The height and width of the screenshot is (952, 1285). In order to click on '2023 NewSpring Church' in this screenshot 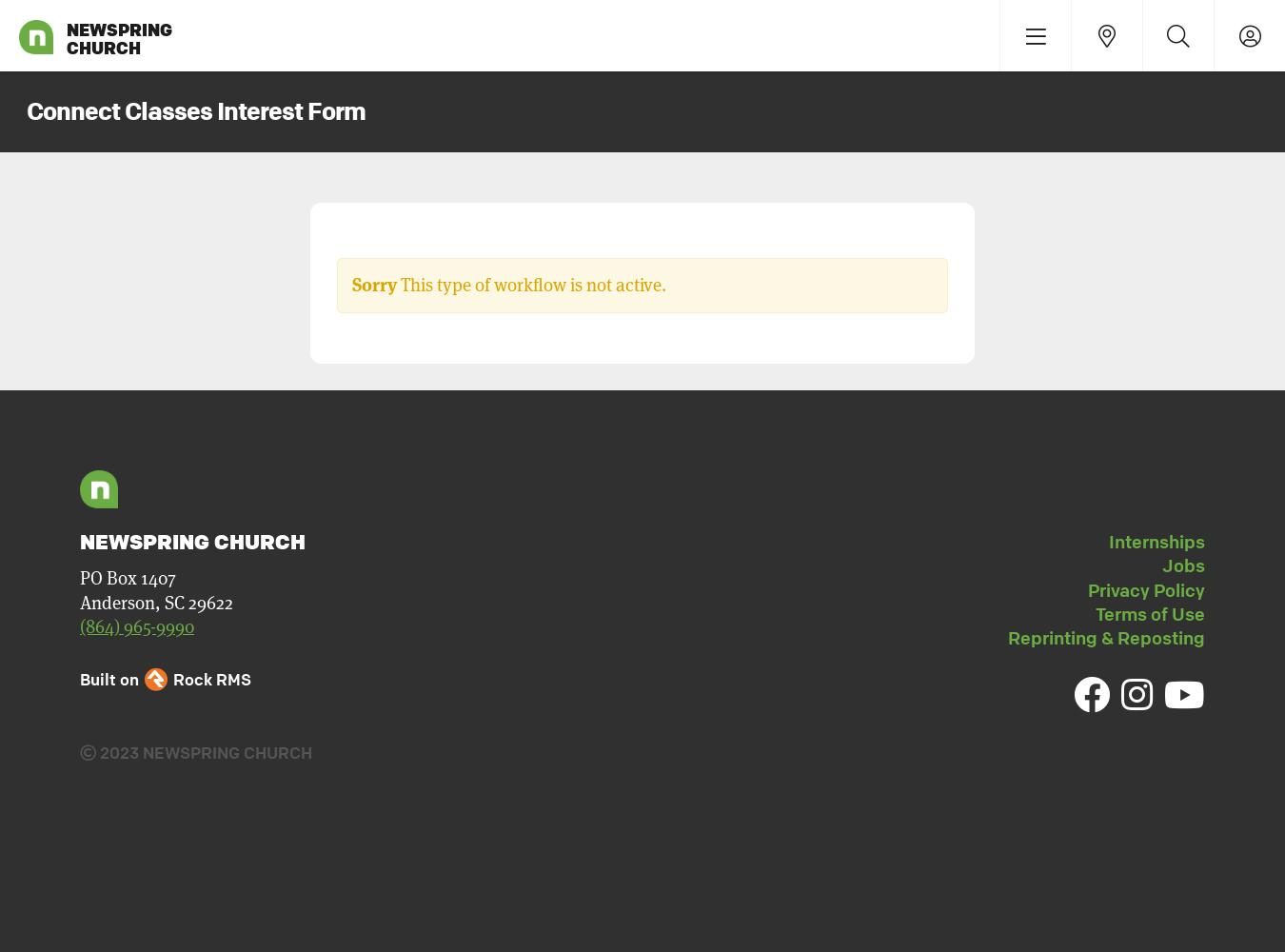, I will do `click(204, 752)`.